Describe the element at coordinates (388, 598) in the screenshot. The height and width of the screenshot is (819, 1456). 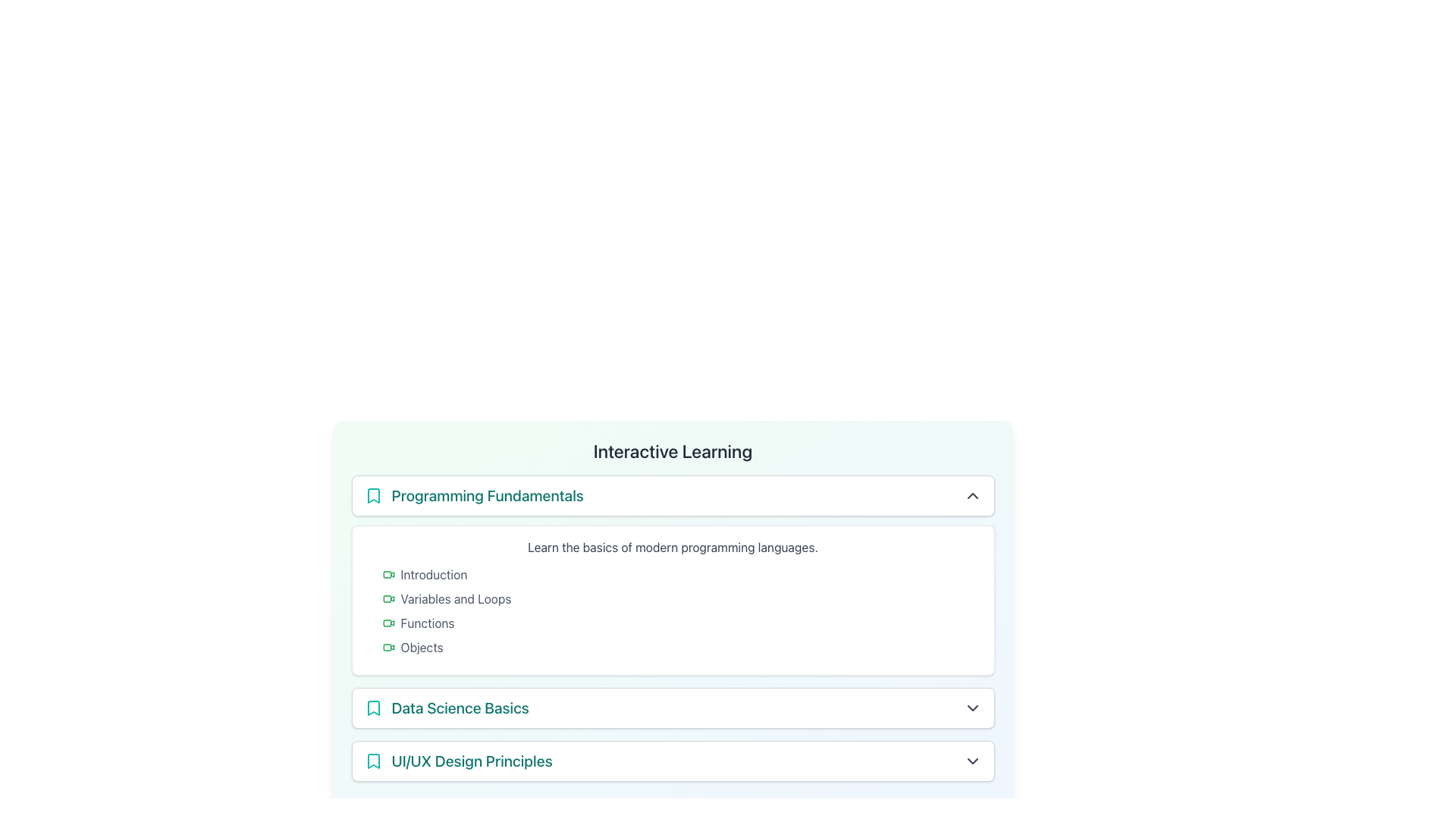
I see `the video camera icon with a green stroke located to the left of the 'Variables and Loops' text in the 'Programming Fundamentals' section` at that location.